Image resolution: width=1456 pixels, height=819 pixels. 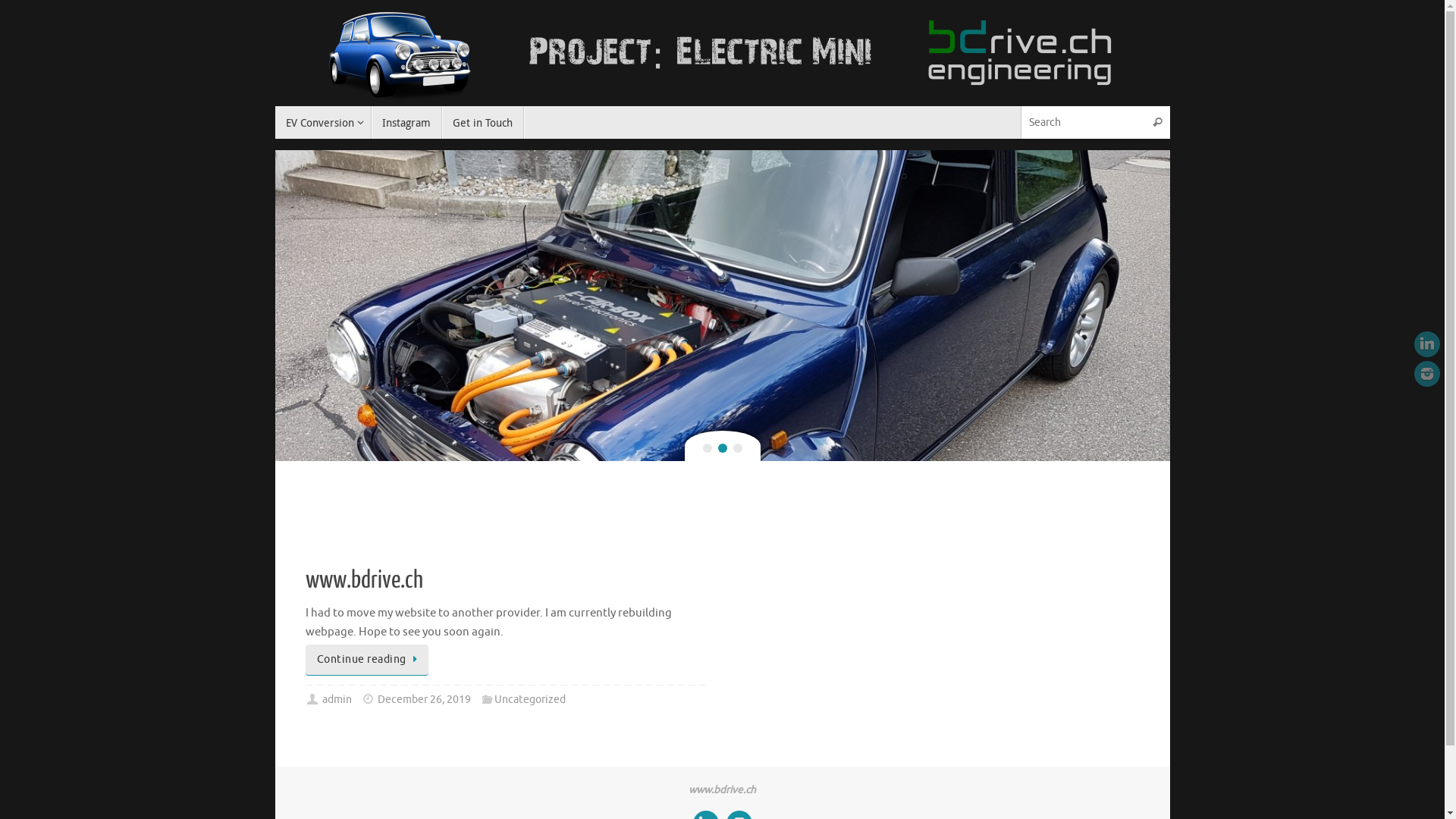 What do you see at coordinates (482, 121) in the screenshot?
I see `'Get in Touch'` at bounding box center [482, 121].